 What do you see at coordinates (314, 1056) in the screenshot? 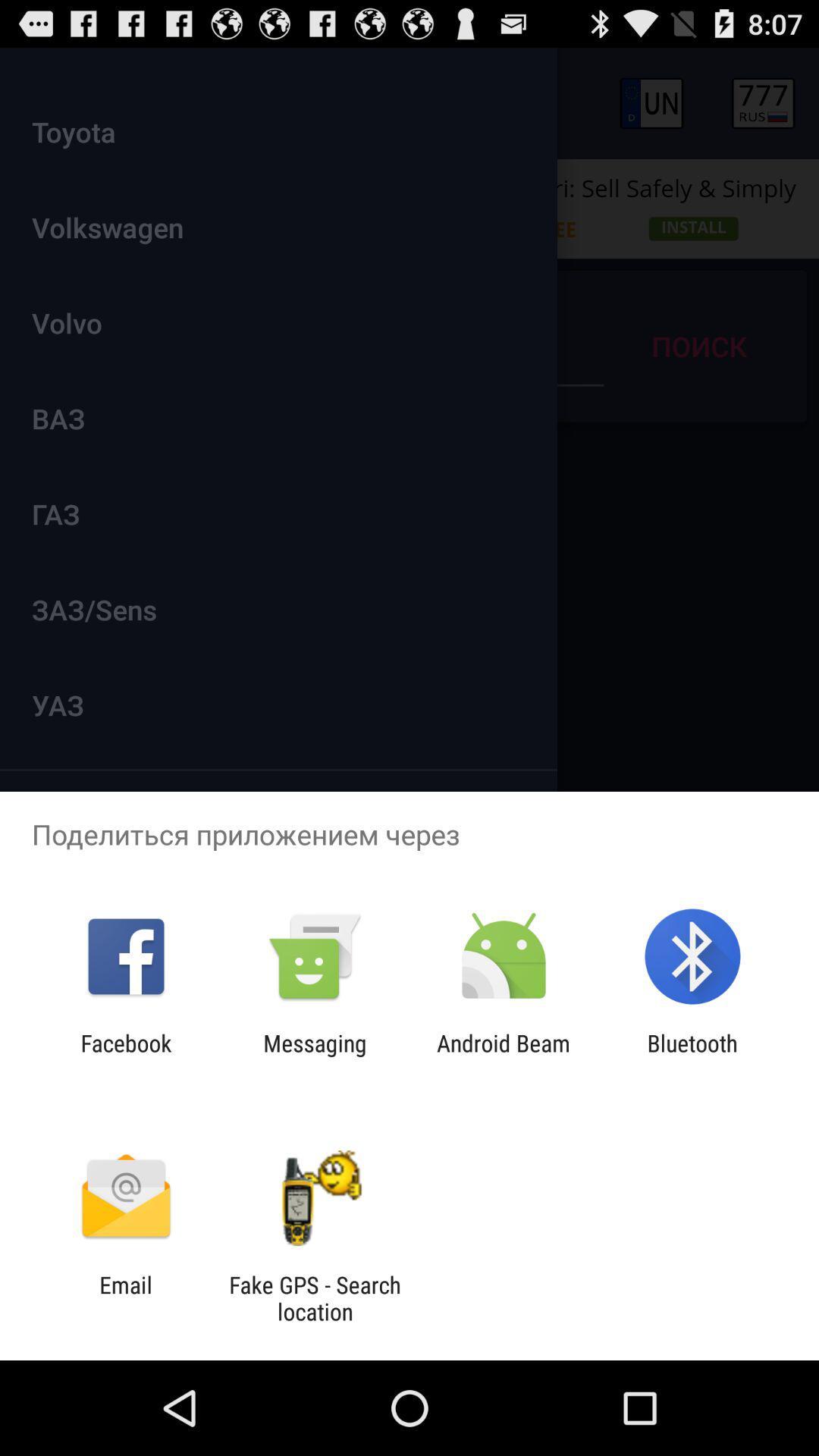
I see `icon next to facebook icon` at bounding box center [314, 1056].